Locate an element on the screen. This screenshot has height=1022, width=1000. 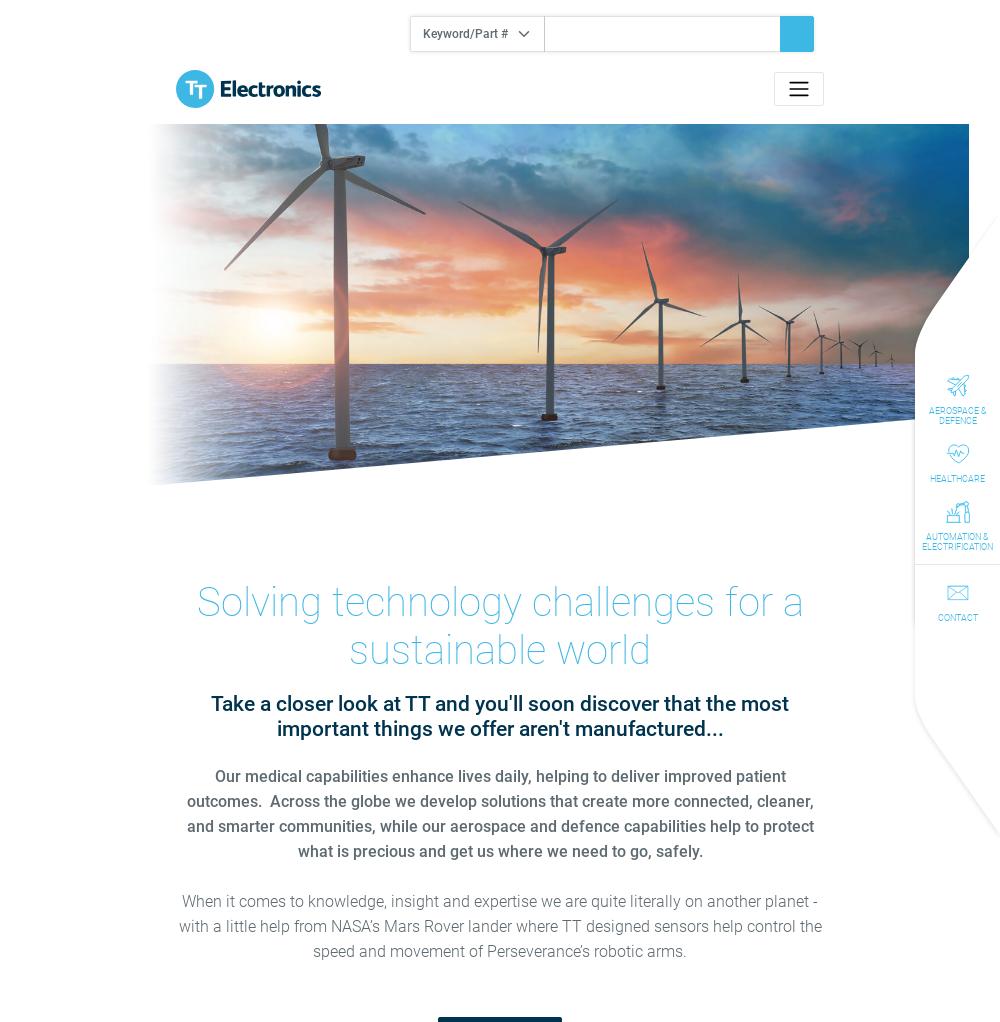
'Customize' is located at coordinates (487, 617).